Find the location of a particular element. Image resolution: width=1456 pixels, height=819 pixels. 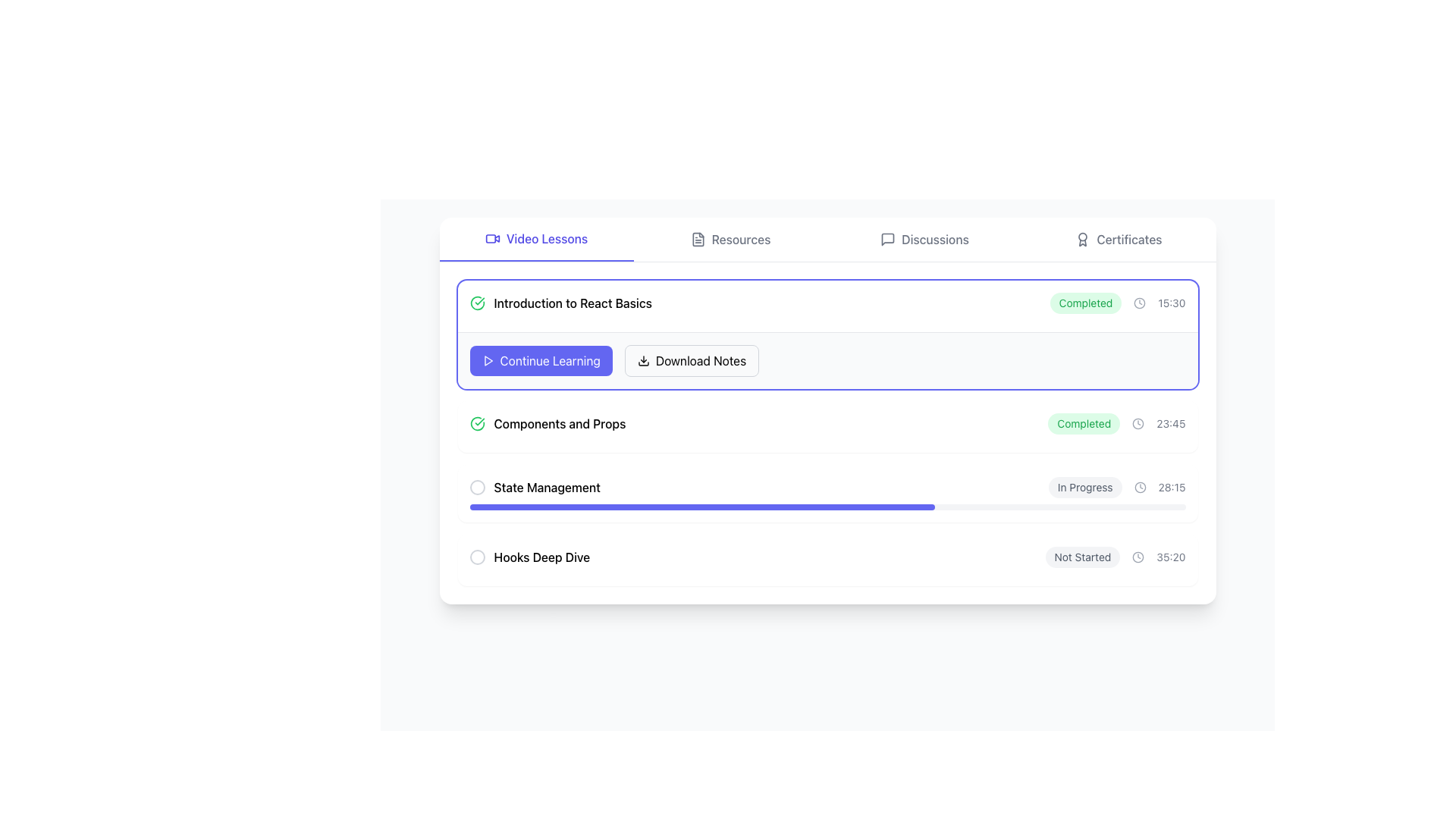

the decorative rectangular shape inside the video camera icon located in the top navigation bar, which represents the camera body is located at coordinates (491, 239).